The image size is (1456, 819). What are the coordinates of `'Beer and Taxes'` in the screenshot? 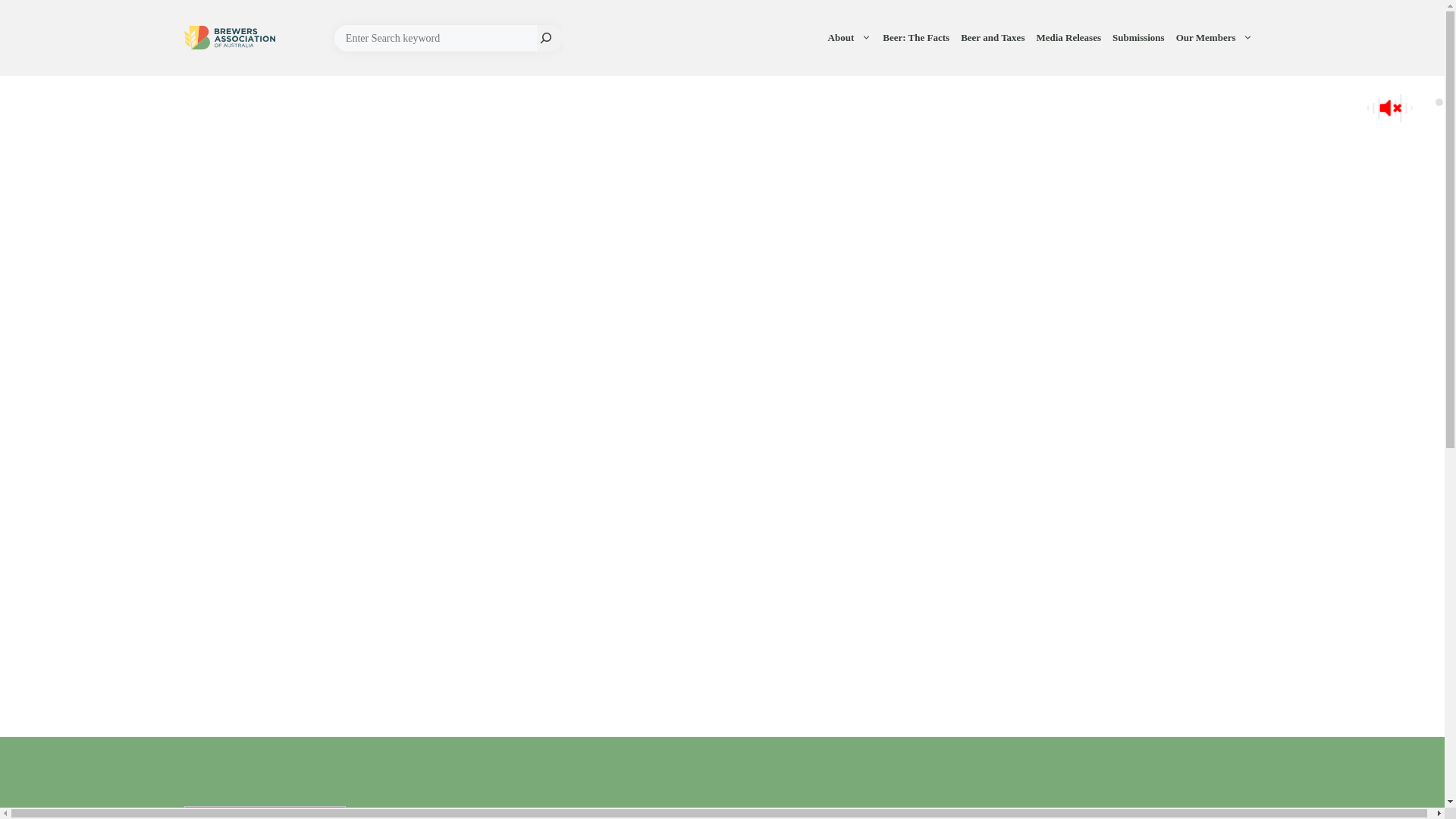 It's located at (994, 37).